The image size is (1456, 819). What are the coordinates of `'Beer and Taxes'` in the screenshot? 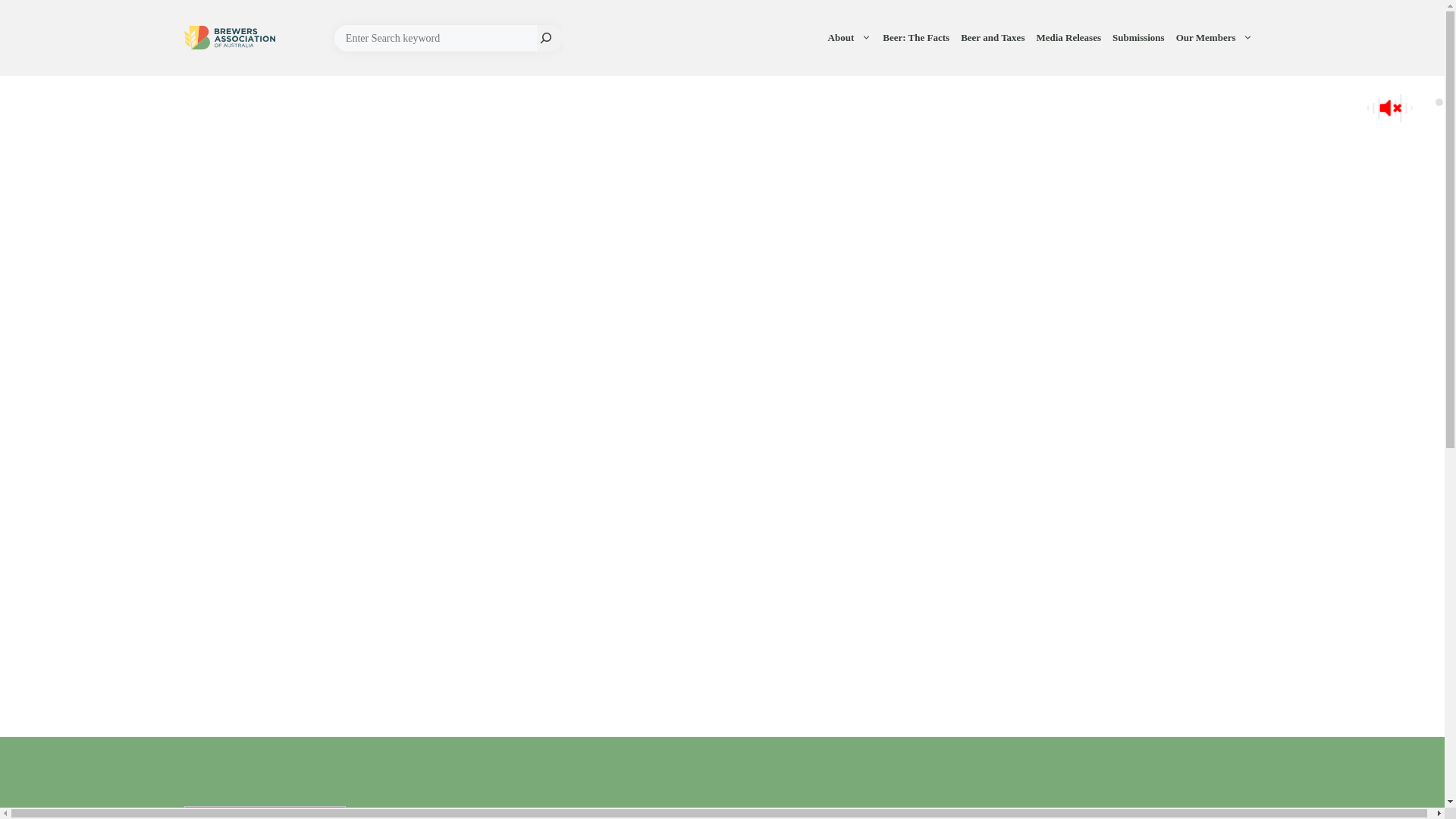 It's located at (994, 37).